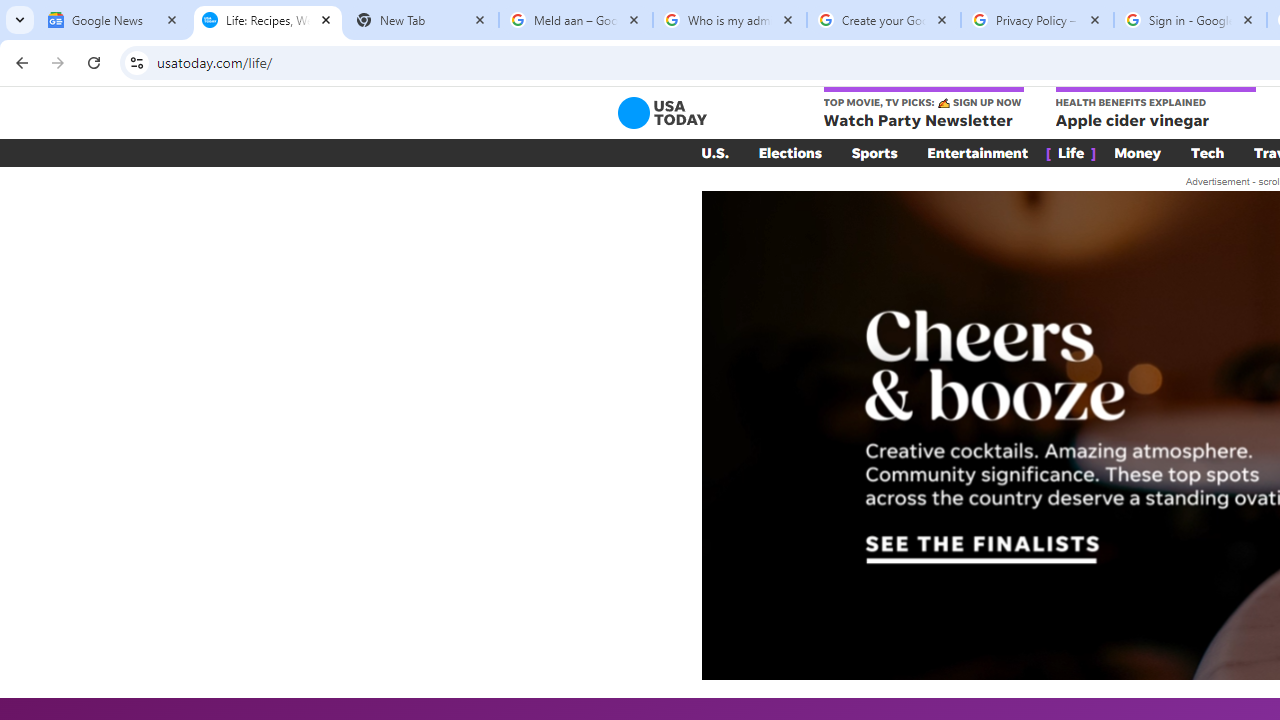  I want to click on 'Tech', so click(1206, 152).